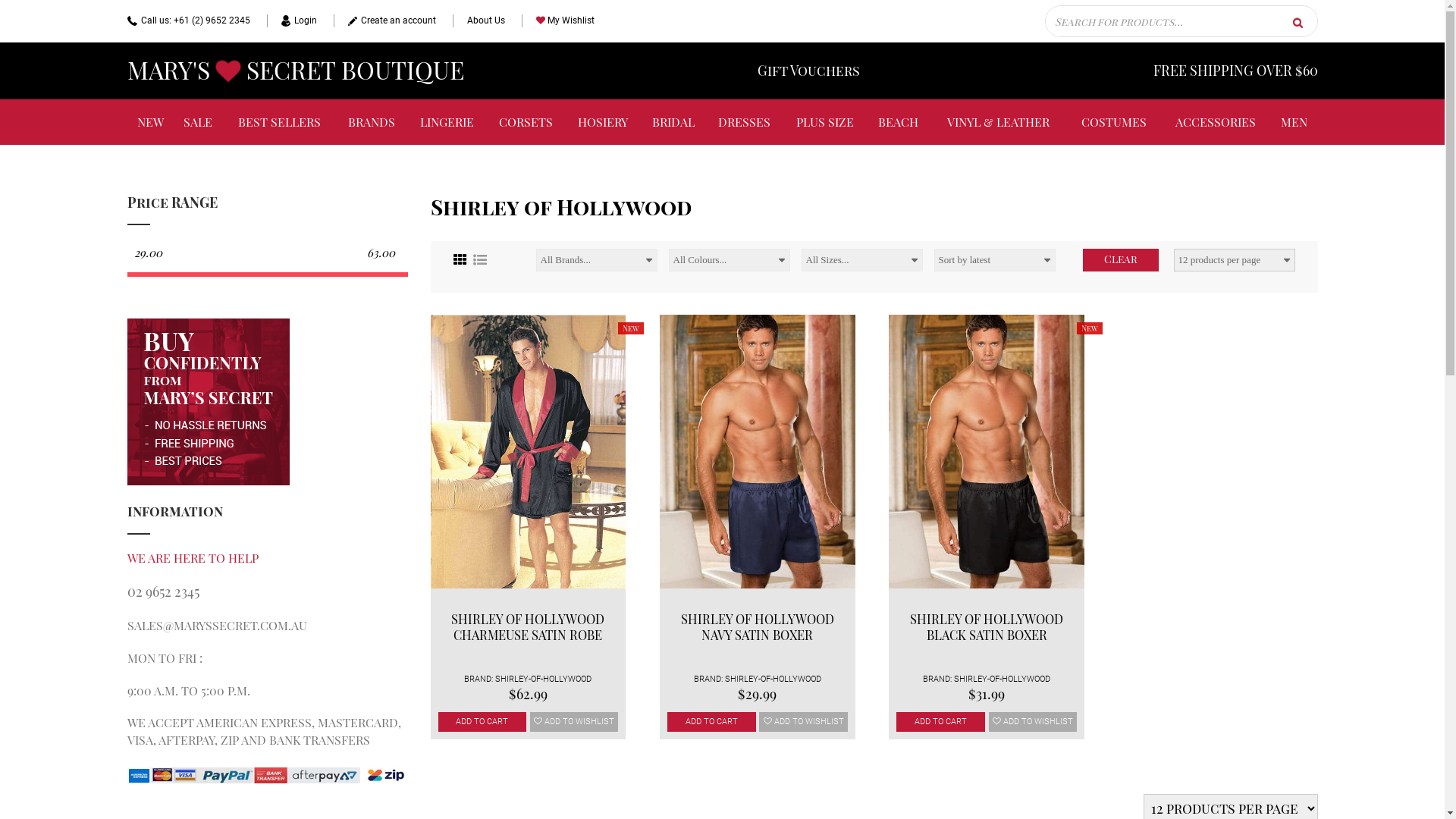  I want to click on 'About Us', so click(450, 20).